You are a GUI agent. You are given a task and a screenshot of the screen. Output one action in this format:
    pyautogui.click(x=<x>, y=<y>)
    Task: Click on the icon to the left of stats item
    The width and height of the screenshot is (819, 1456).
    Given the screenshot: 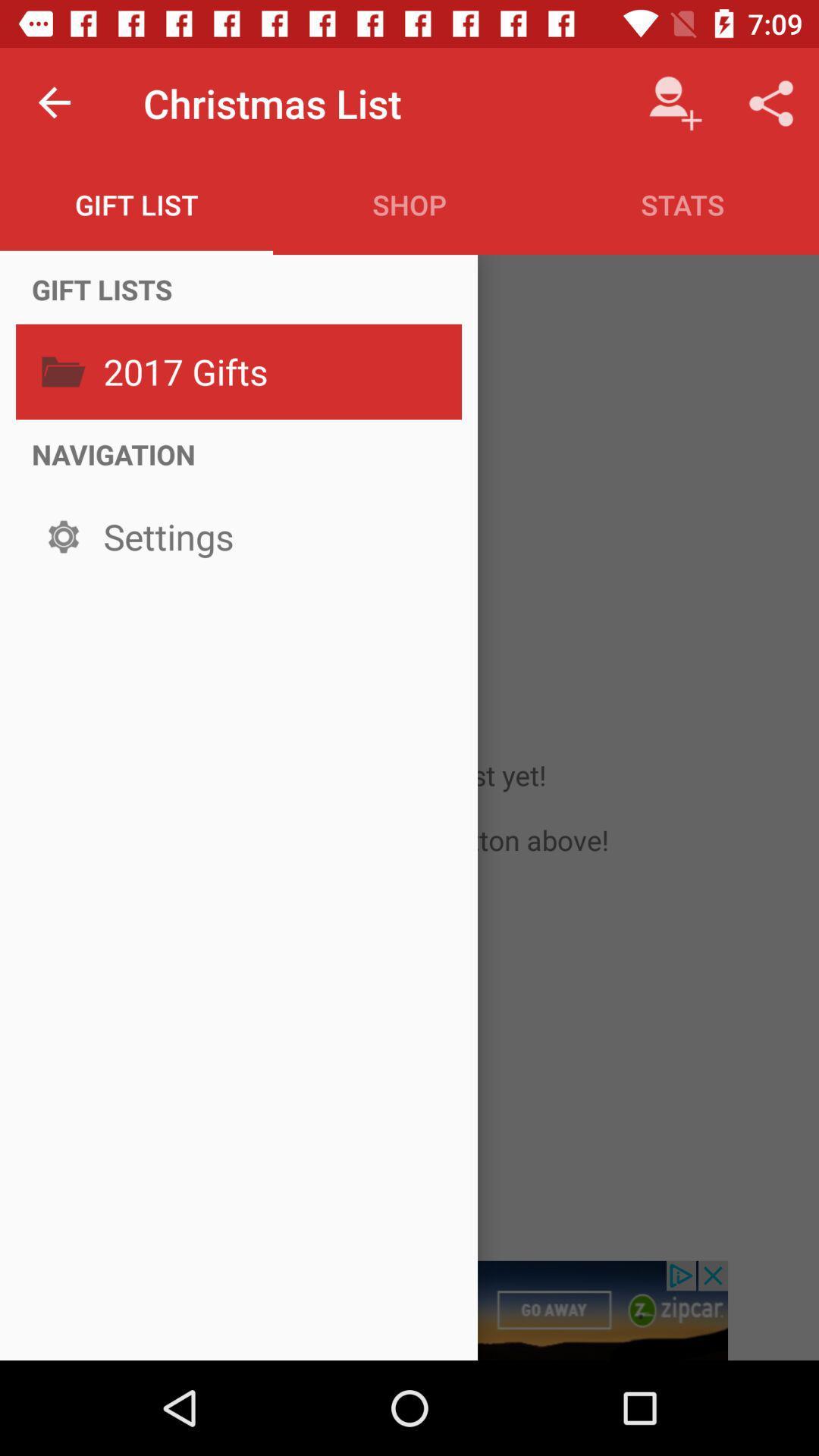 What is the action you would take?
    pyautogui.click(x=409, y=204)
    